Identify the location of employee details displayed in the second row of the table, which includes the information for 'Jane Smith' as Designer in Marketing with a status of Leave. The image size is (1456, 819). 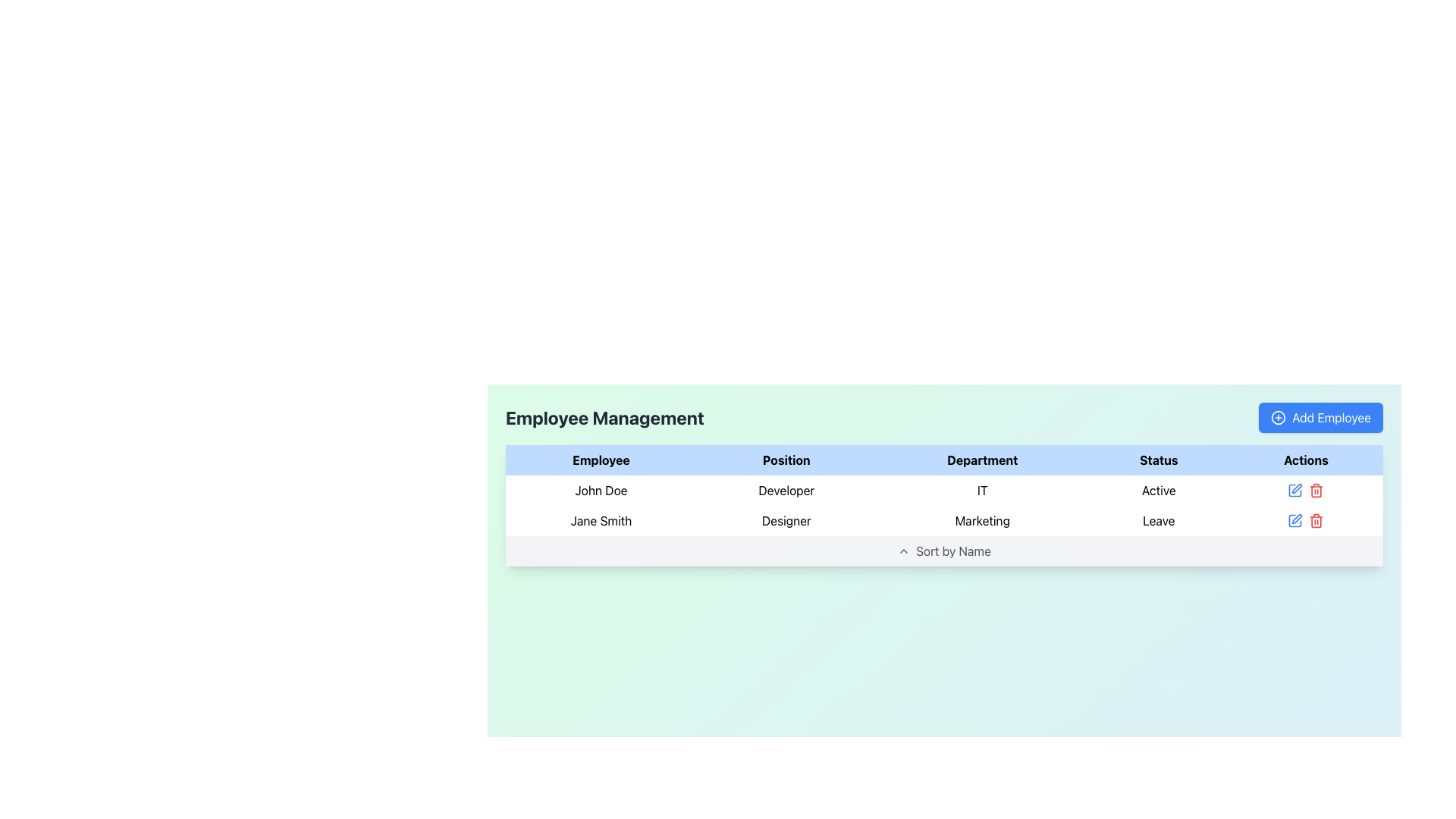
(943, 506).